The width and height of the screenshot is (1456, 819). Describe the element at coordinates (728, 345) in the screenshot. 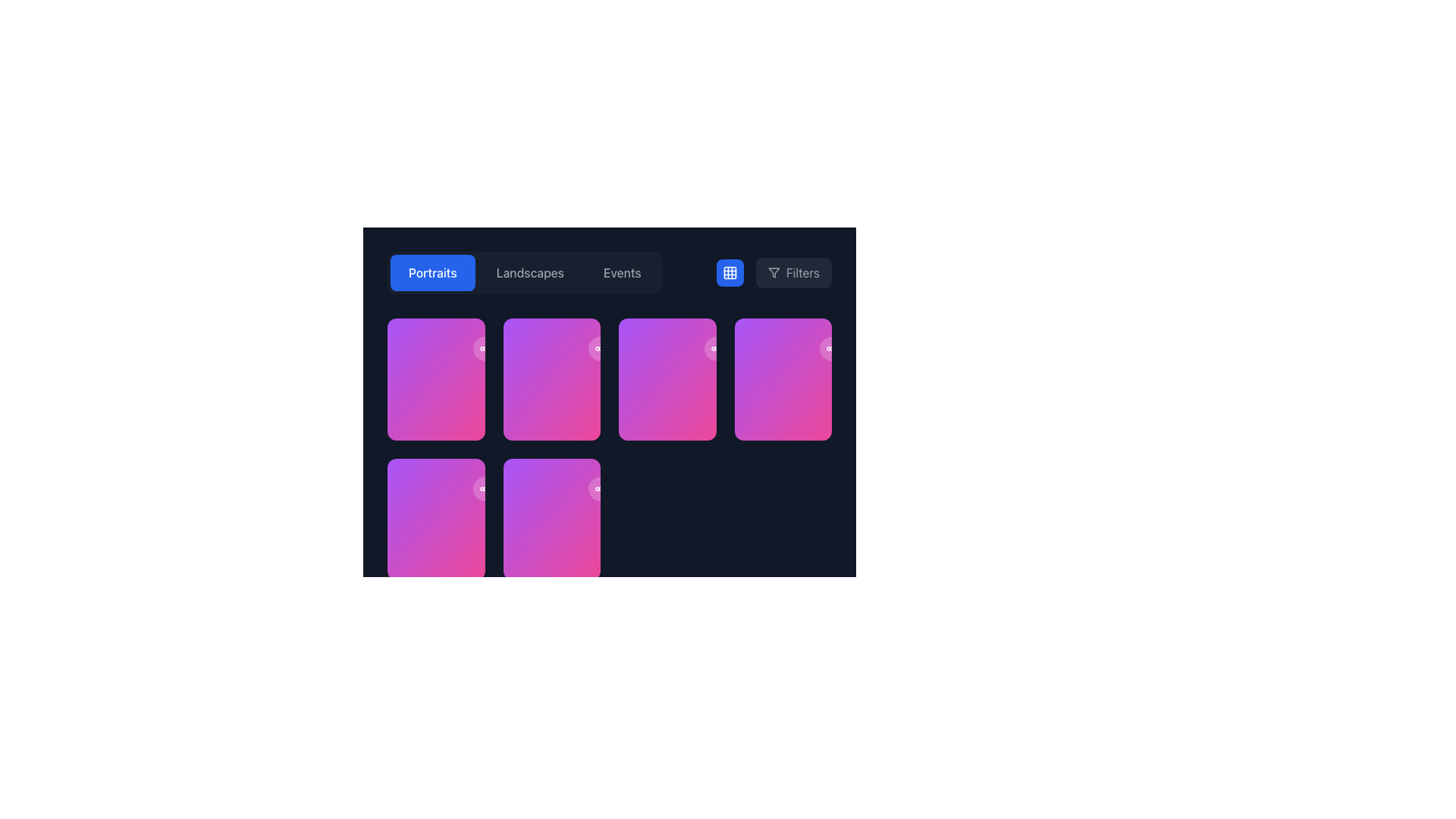

I see `the composite element containing the share and bookmark buttons located at the top-right corner of the card in the second row of the grid layout` at that location.